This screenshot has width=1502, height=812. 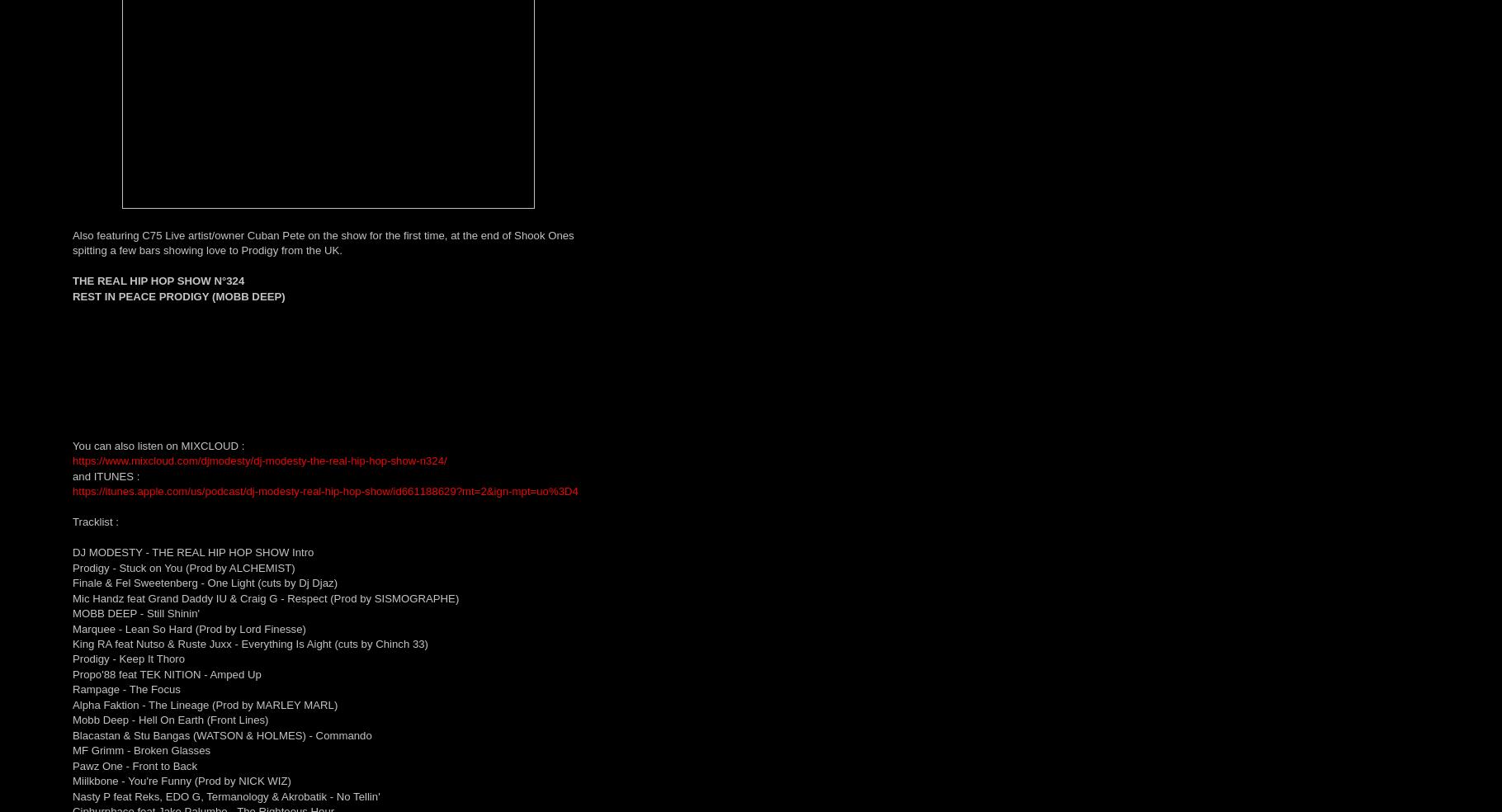 What do you see at coordinates (73, 567) in the screenshot?
I see `'Prodigy - Stuck on You (Prod by ALCHEMIST)'` at bounding box center [73, 567].